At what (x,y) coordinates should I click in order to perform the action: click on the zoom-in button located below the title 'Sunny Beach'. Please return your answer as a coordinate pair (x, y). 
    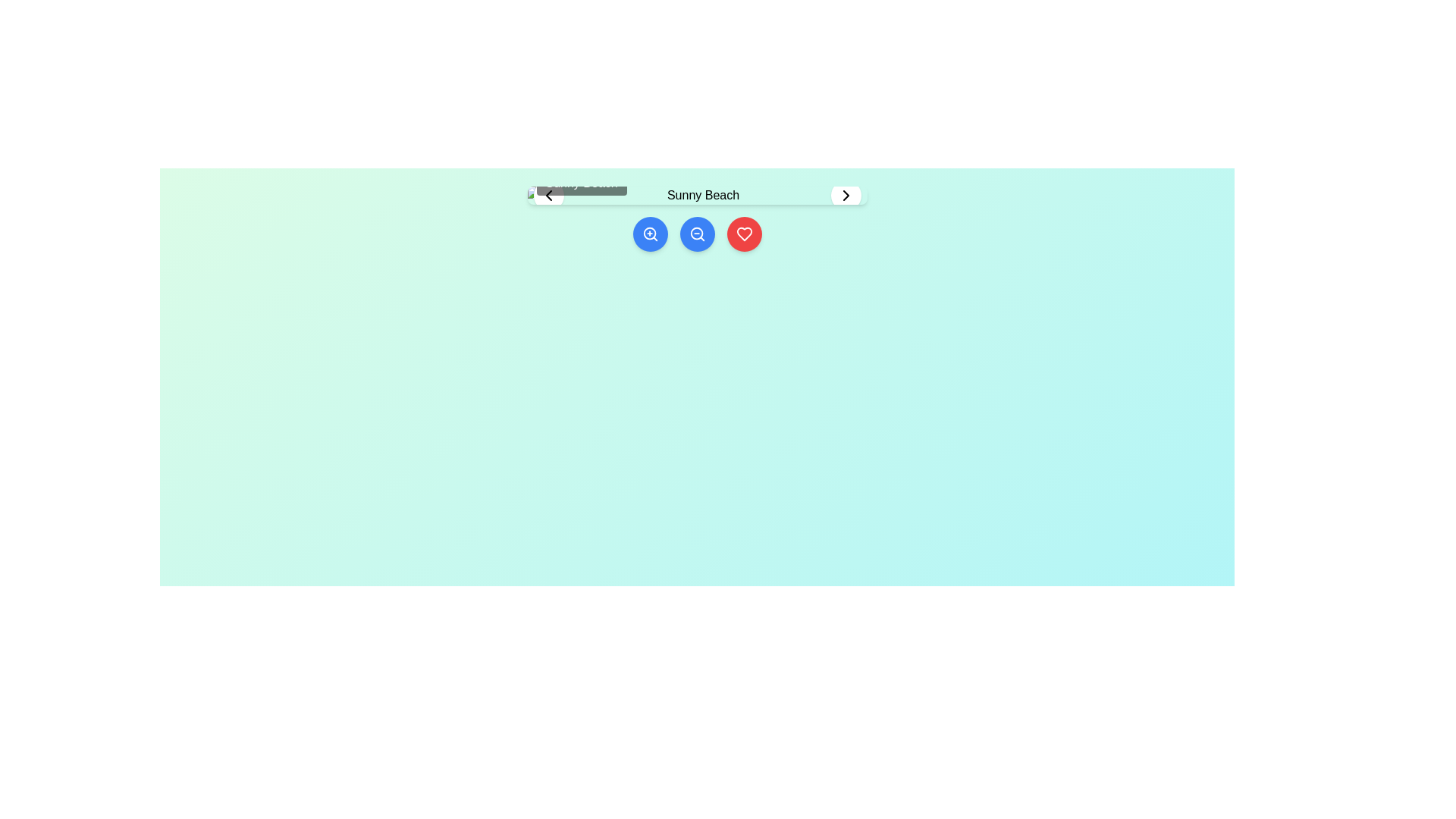
    Looking at the image, I should click on (650, 234).